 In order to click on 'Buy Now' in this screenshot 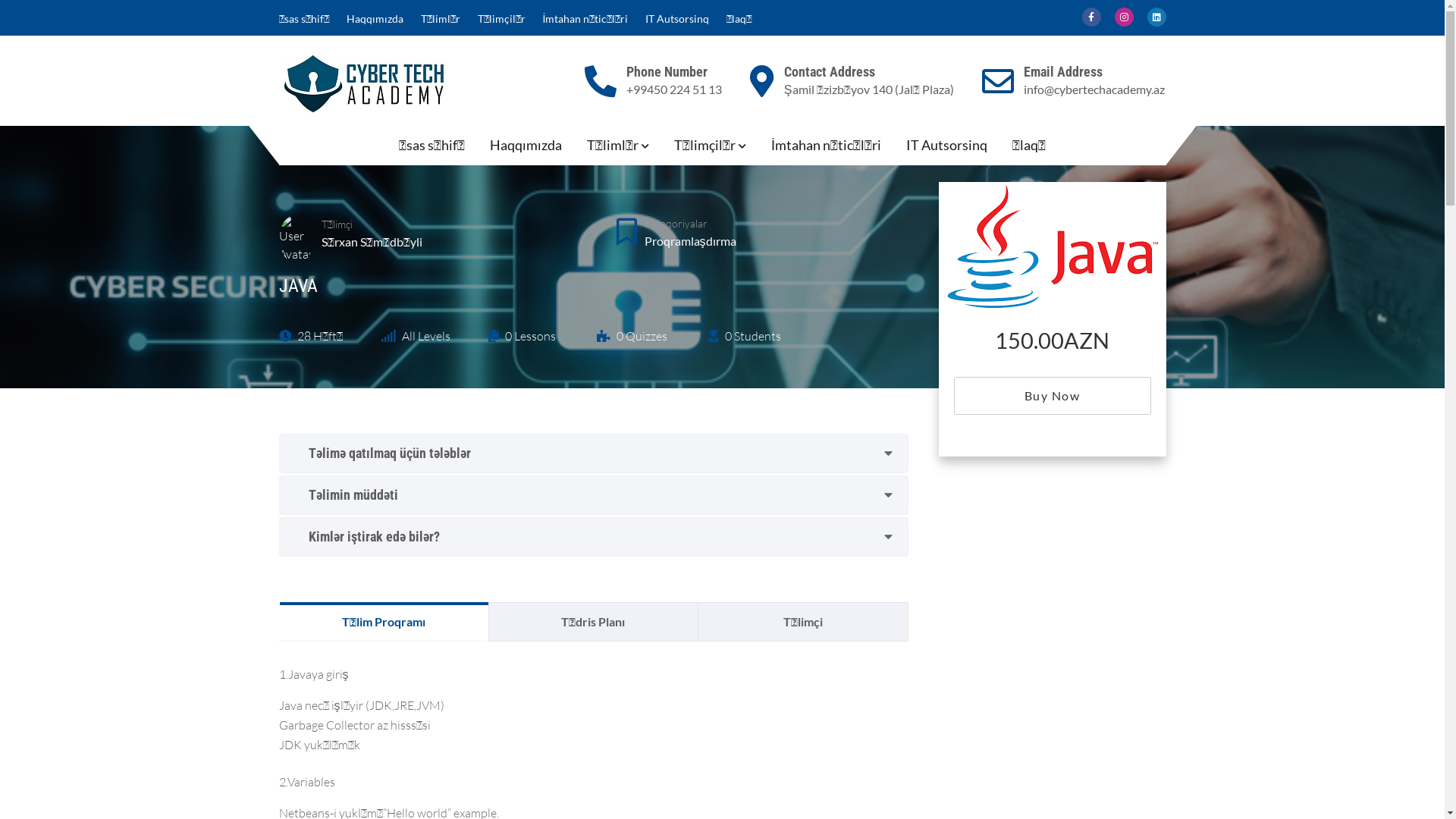, I will do `click(952, 394)`.